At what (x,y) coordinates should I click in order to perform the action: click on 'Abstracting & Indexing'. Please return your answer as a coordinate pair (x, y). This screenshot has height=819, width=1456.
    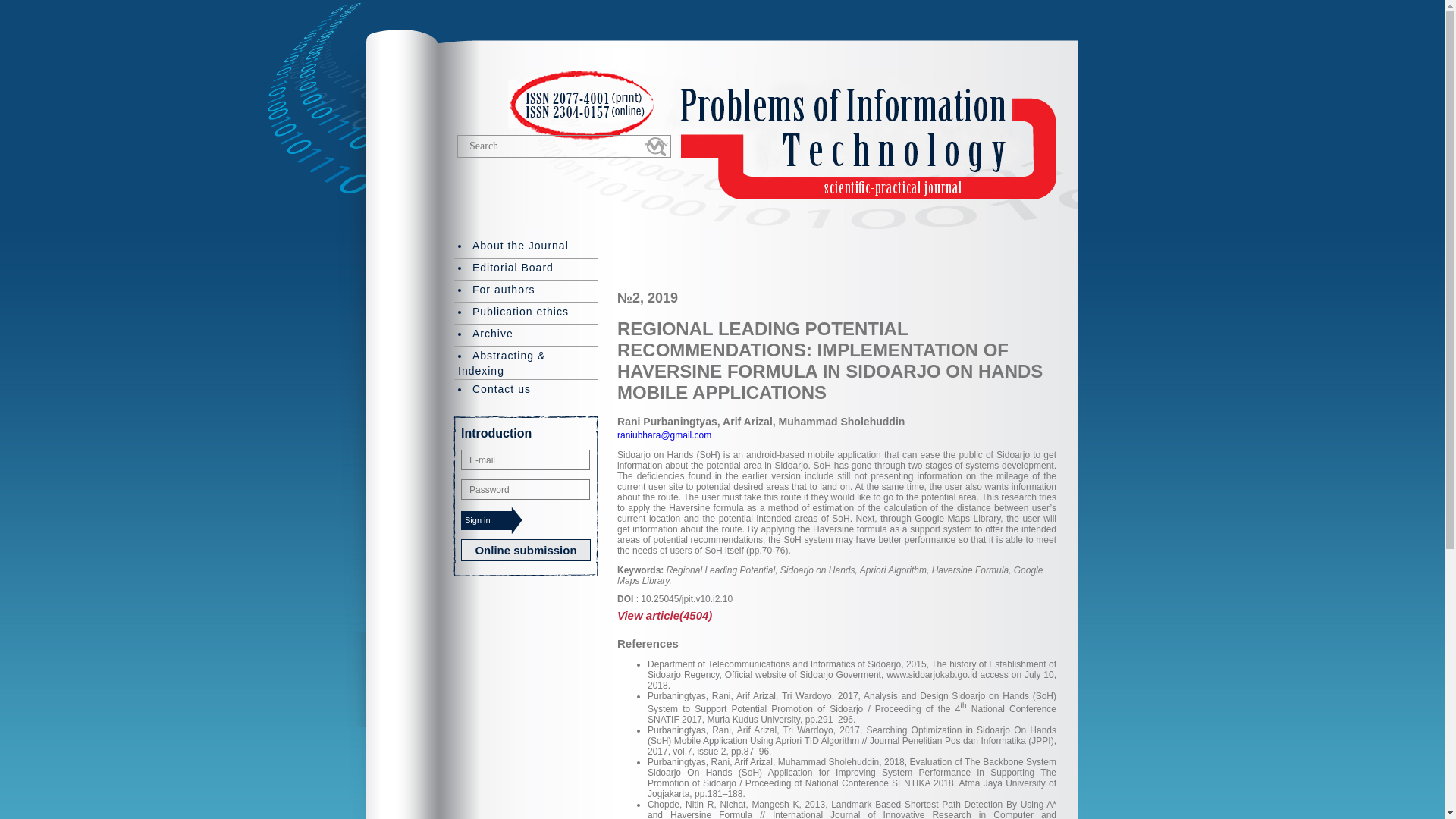
    Looking at the image, I should click on (526, 362).